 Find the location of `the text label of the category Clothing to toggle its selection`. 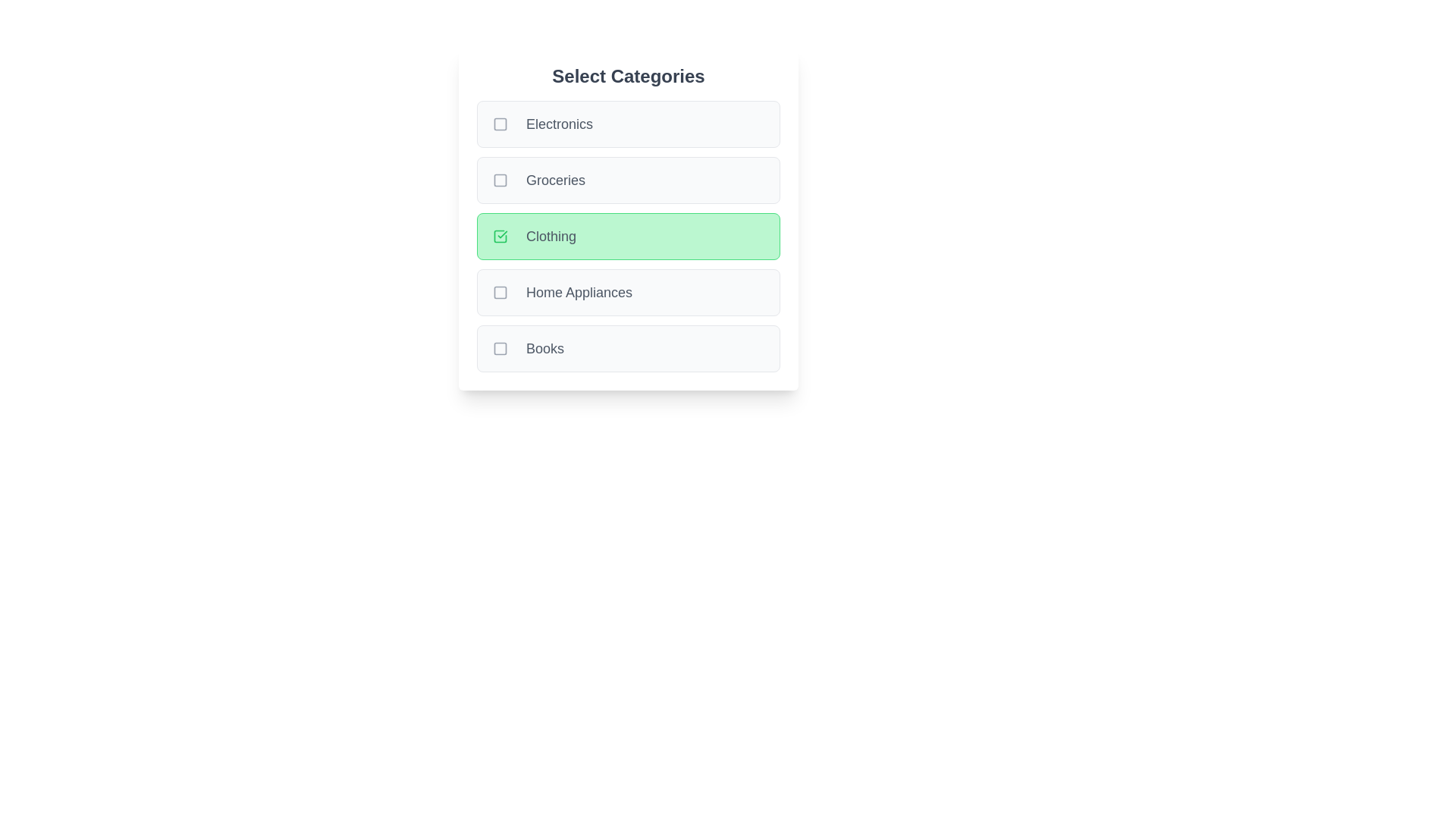

the text label of the category Clothing to toggle its selection is located at coordinates (550, 237).